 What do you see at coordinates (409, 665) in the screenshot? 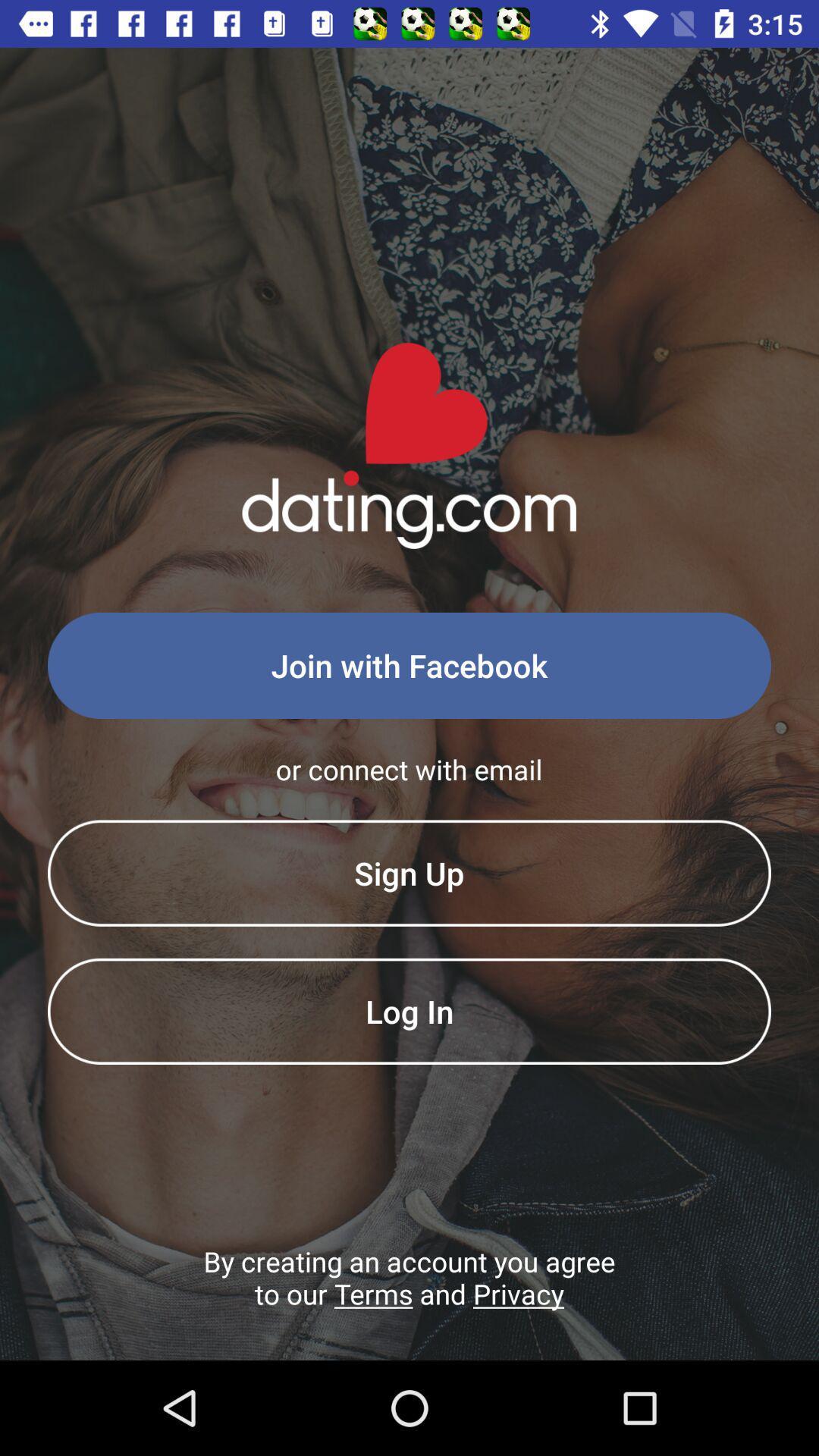
I see `item above the or connect with` at bounding box center [409, 665].